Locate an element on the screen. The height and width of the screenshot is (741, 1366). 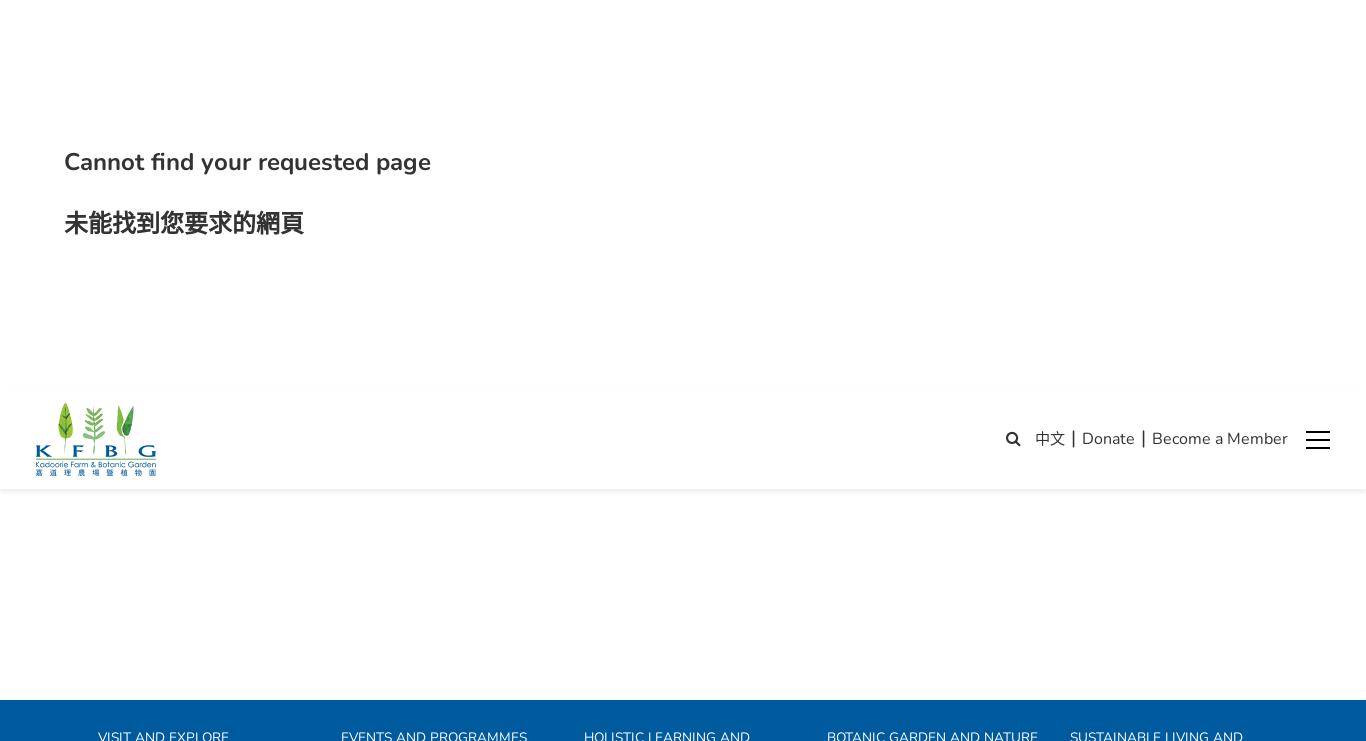
'Be the change' is located at coordinates (1109, 469).